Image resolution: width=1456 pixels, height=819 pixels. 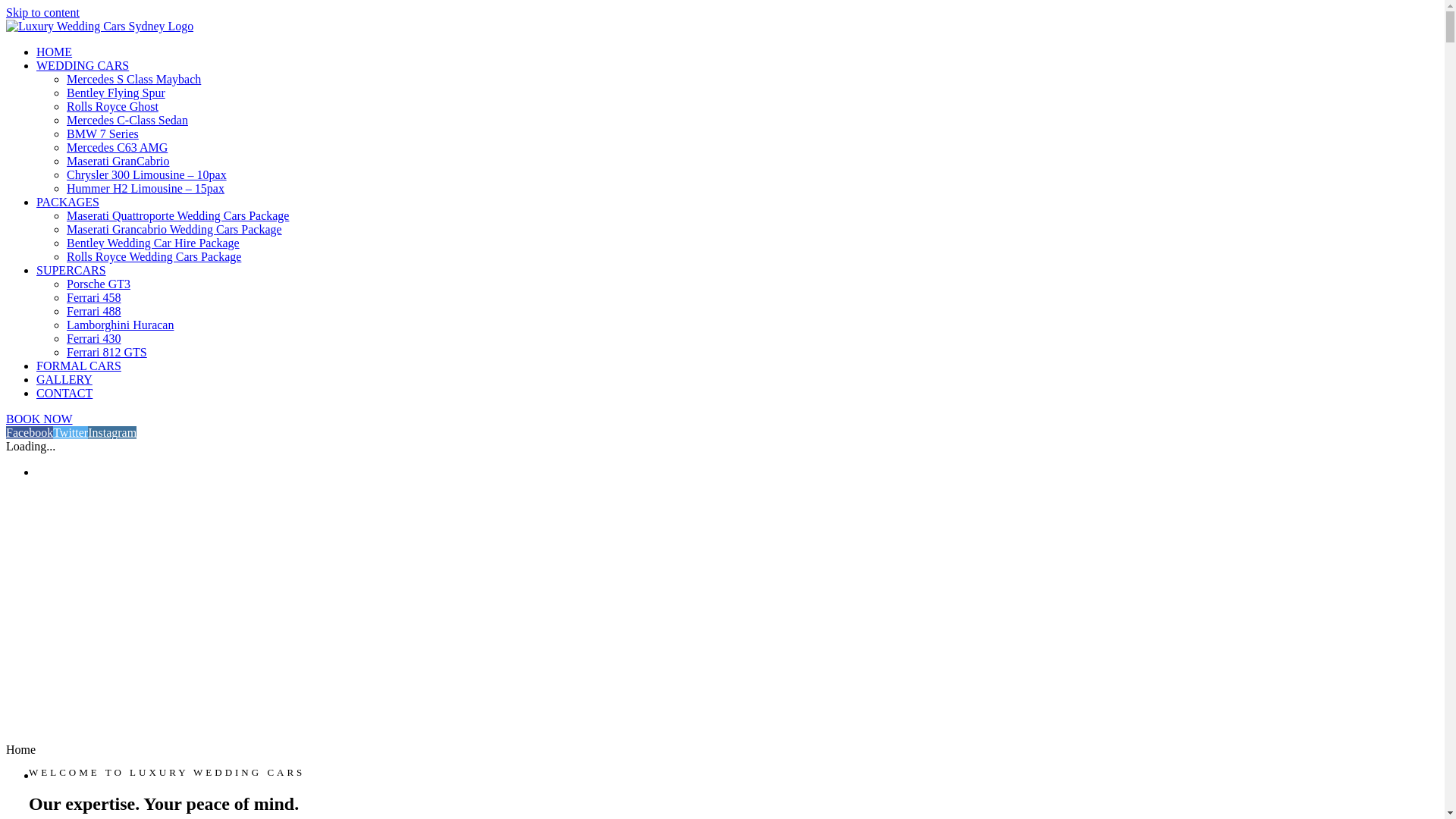 What do you see at coordinates (82, 64) in the screenshot?
I see `'WEDDING CARS'` at bounding box center [82, 64].